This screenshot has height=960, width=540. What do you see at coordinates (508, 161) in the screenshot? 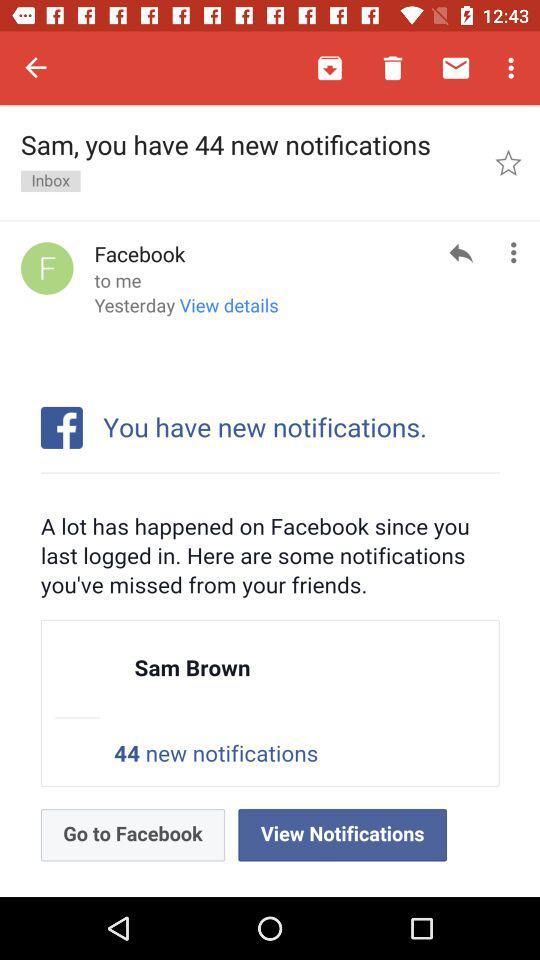
I see `the star icon` at bounding box center [508, 161].